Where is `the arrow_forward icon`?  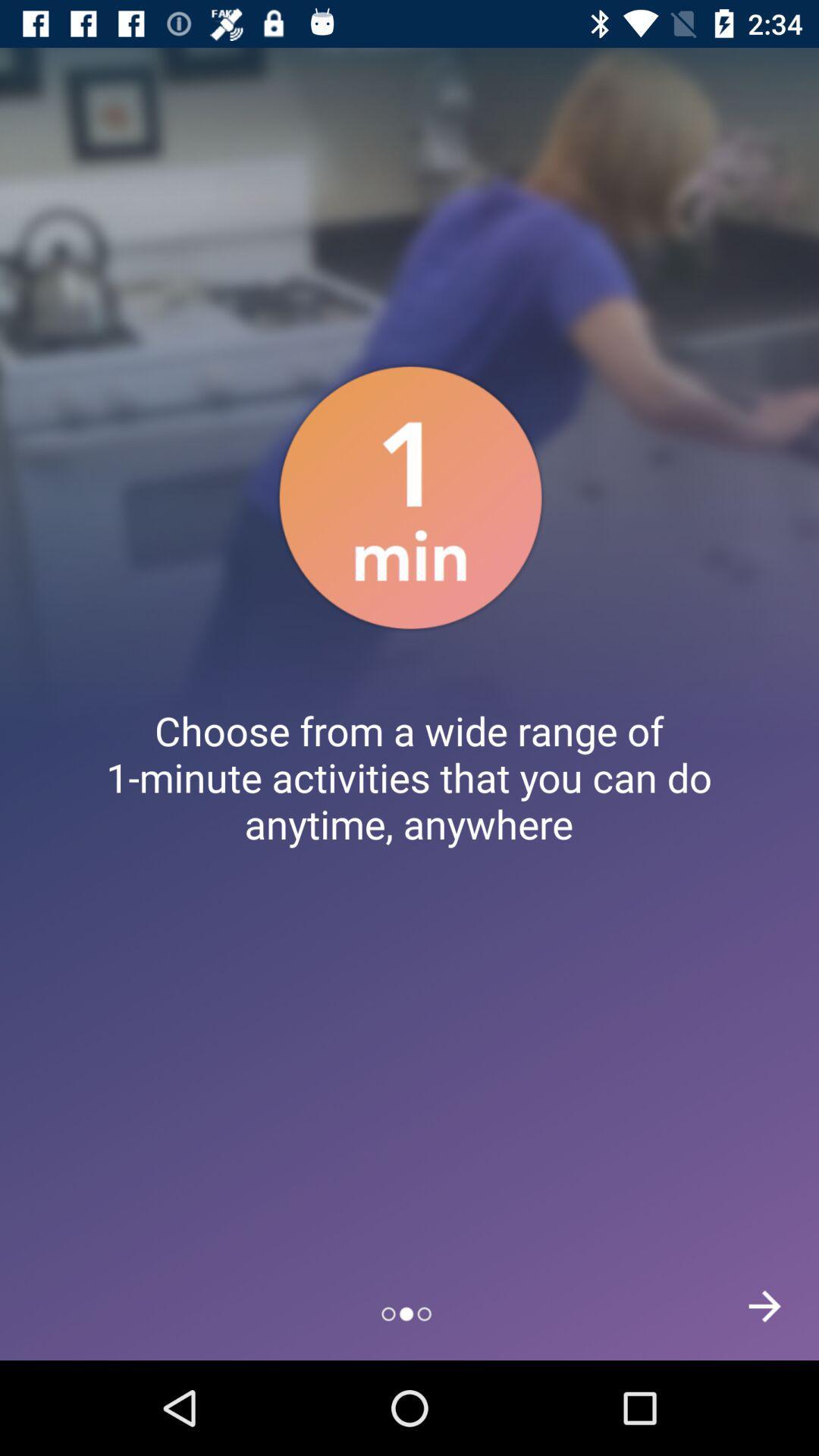
the arrow_forward icon is located at coordinates (764, 1305).